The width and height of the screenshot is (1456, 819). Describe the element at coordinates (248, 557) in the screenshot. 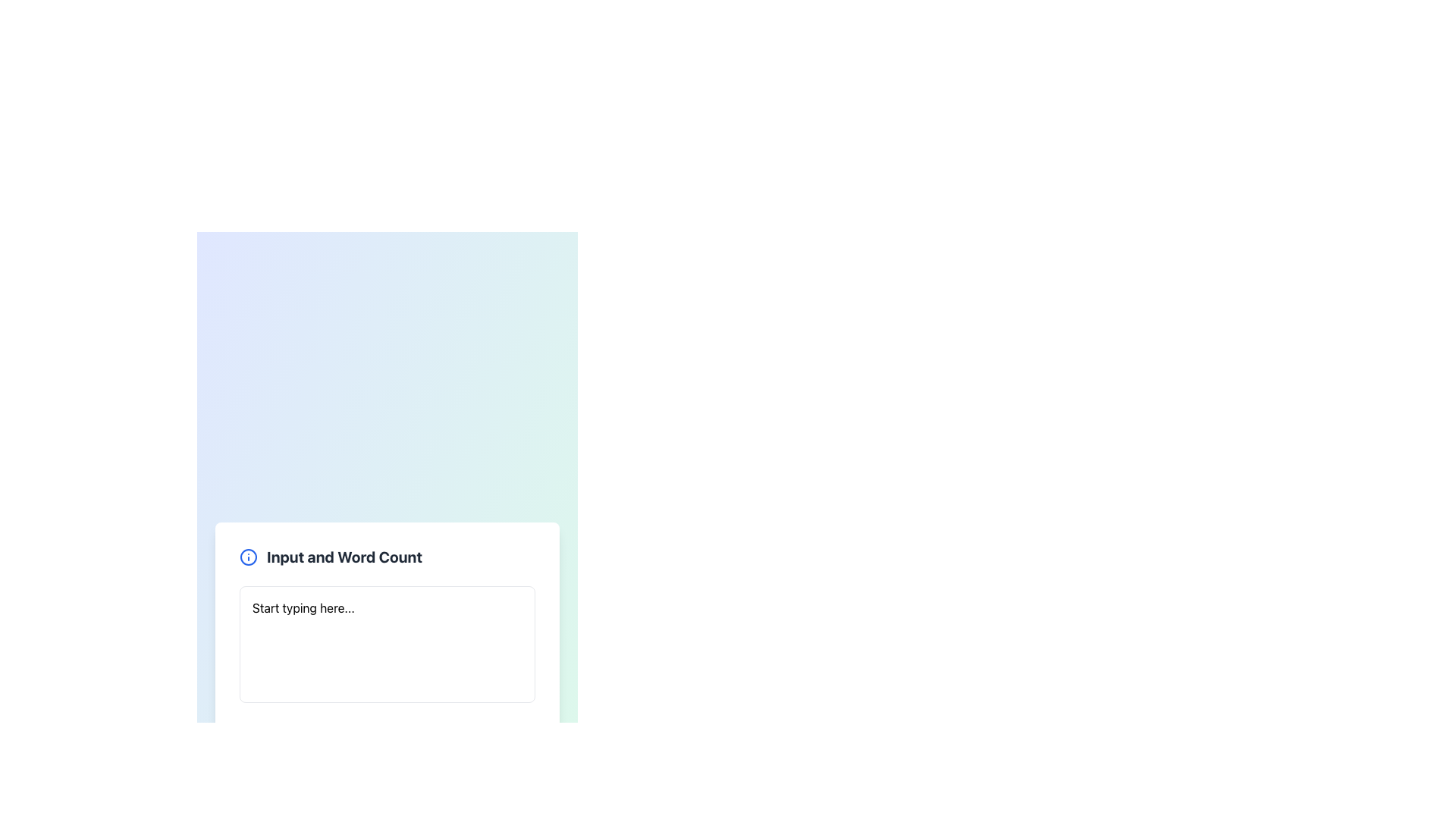

I see `the main circular part of the 'info' icon located at the top-left corner of the 'Input and Word Count' interface block` at that location.